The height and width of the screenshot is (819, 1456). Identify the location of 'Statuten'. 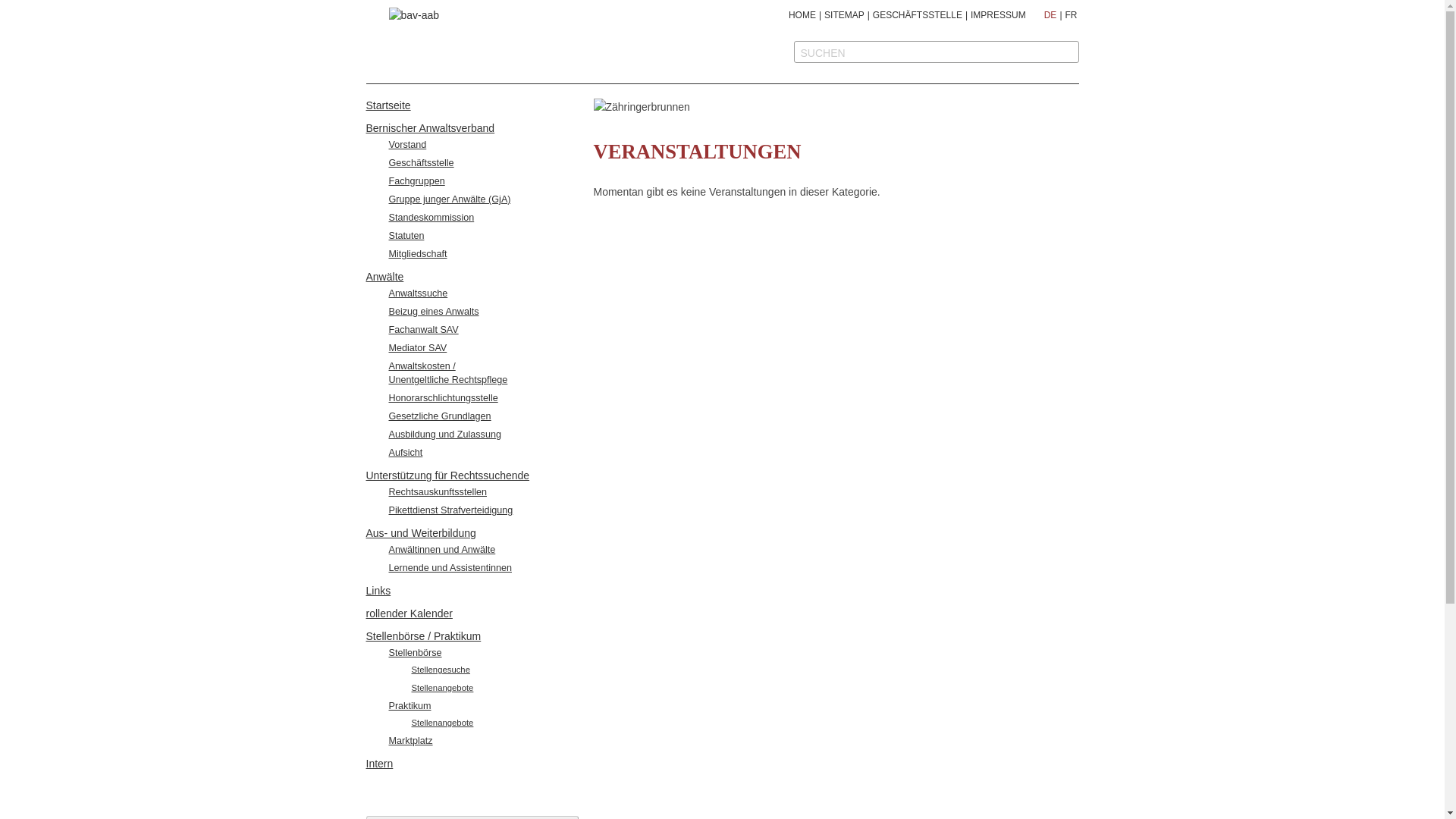
(406, 236).